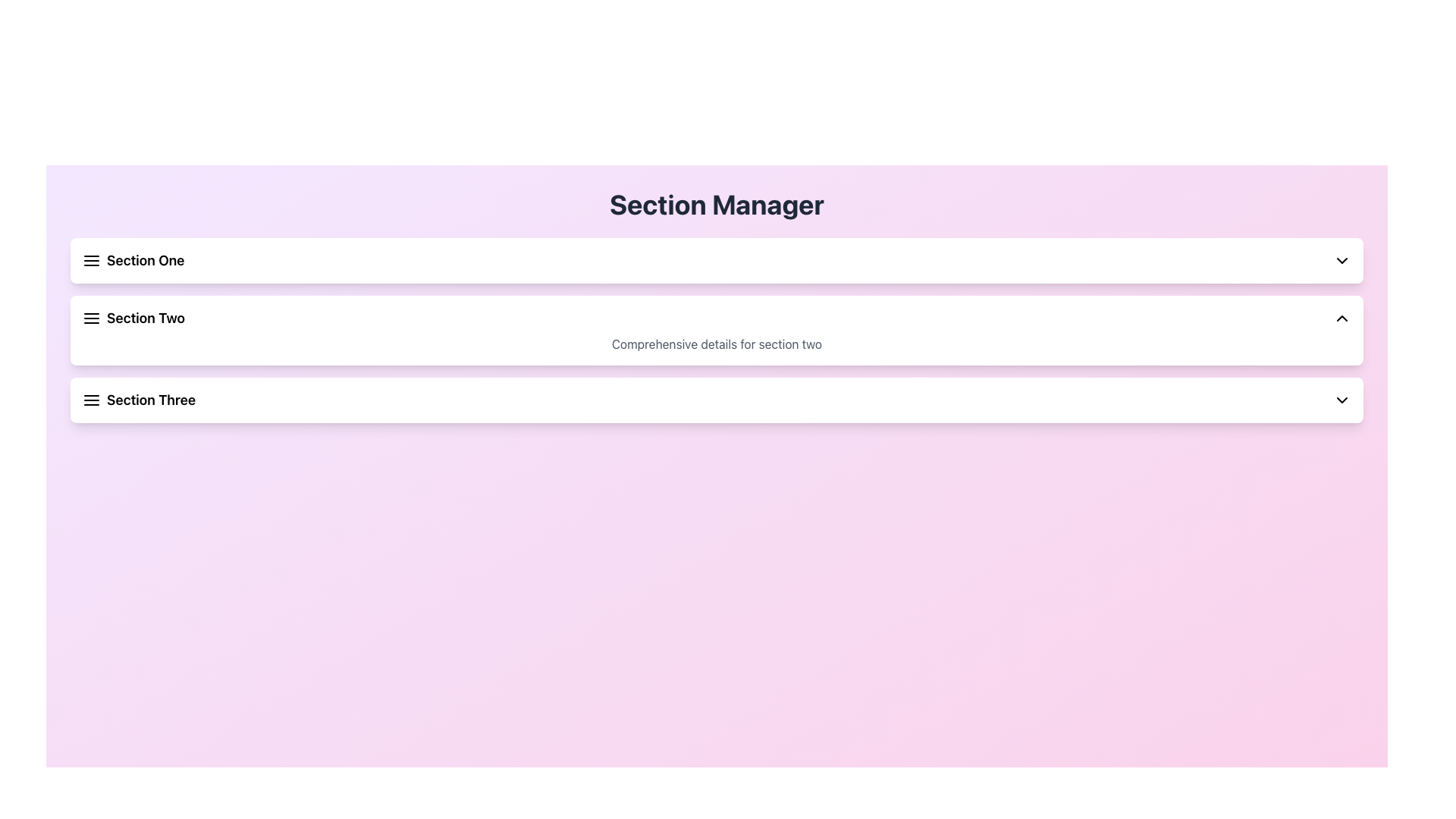 This screenshot has width=1456, height=819. Describe the element at coordinates (1342, 318) in the screenshot. I see `the upwards-facing chevron icon button located in the upper-right corner of the 'Section Two' header area` at that location.